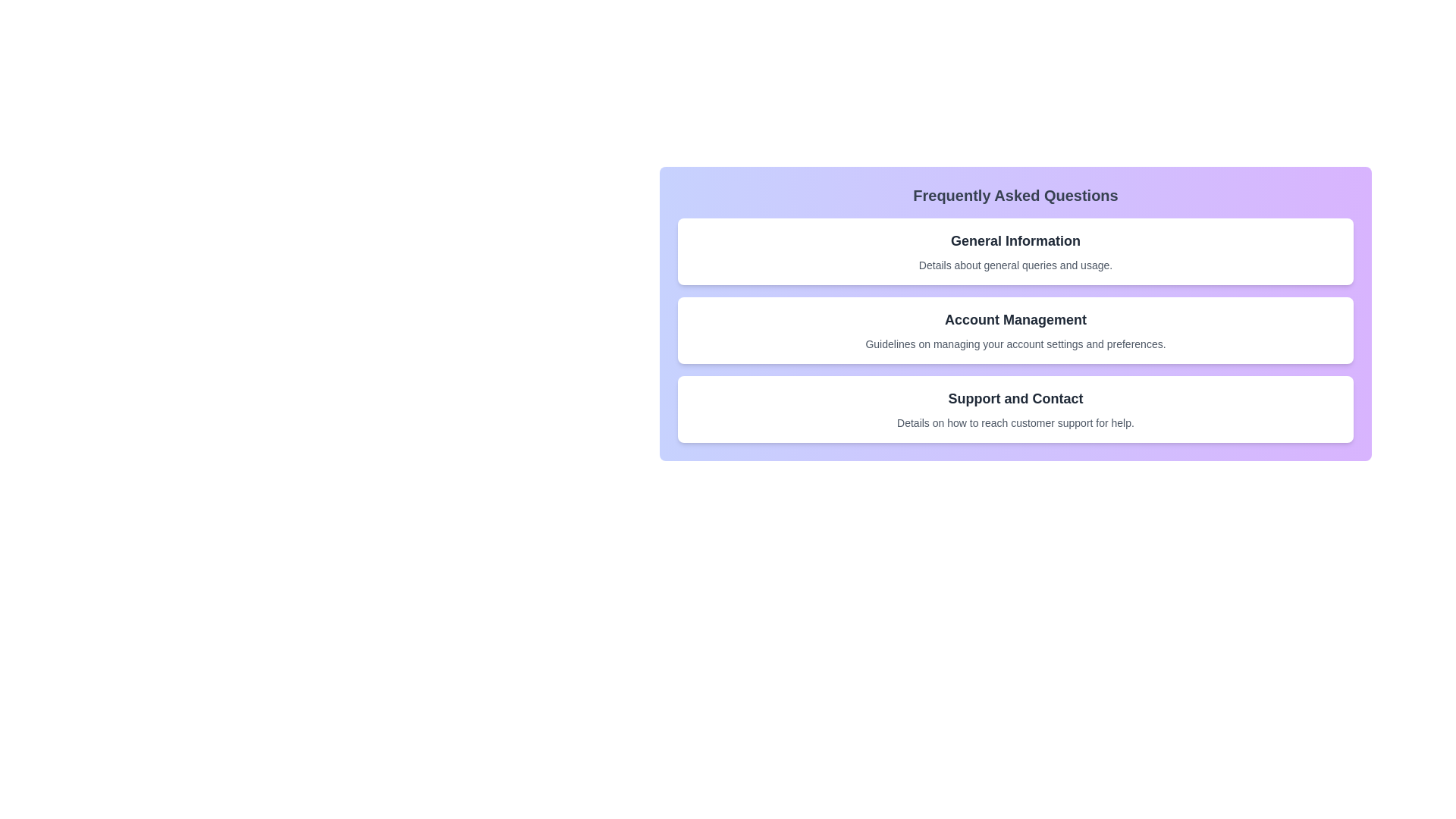 This screenshot has height=819, width=1456. I want to click on the 'Account Management' text heading, which serves as a section header for account management information and is located within the middle card of three horizontally-stacked cards, so click(1015, 318).